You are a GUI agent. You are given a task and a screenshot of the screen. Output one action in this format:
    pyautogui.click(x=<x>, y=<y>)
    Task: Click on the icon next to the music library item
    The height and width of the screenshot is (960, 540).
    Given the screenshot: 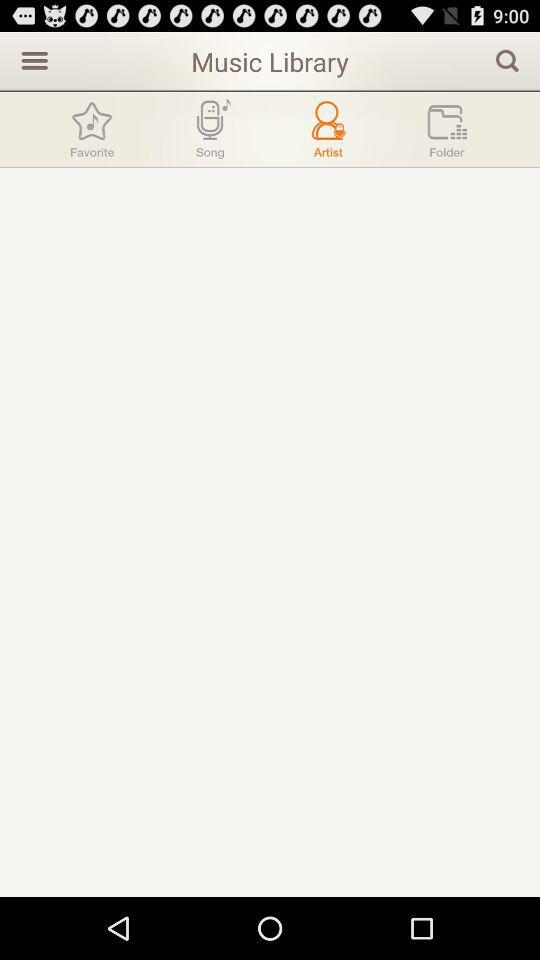 What is the action you would take?
    pyautogui.click(x=507, y=59)
    